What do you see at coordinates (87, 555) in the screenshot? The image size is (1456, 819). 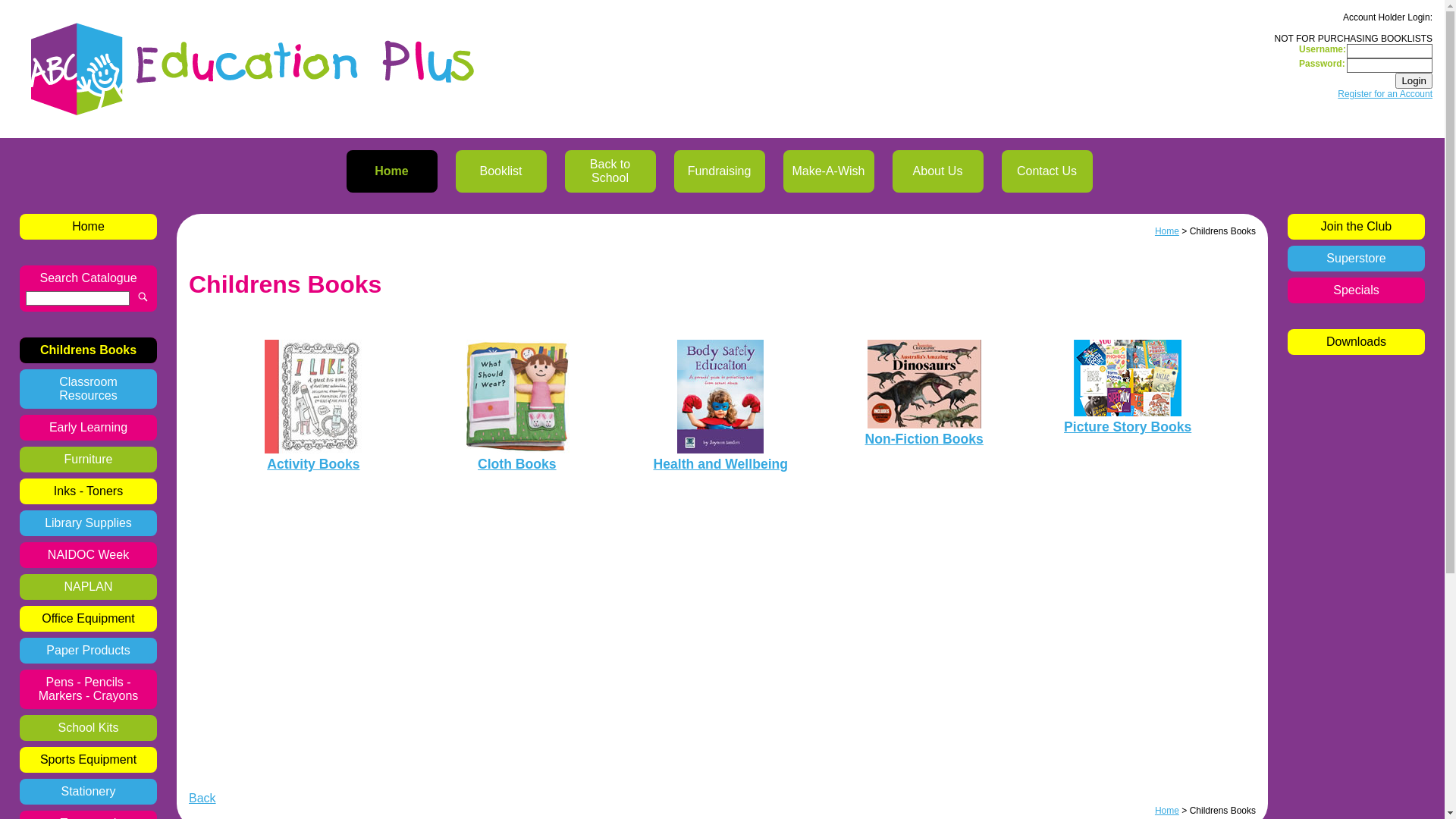 I see `'NAIDOC Week'` at bounding box center [87, 555].